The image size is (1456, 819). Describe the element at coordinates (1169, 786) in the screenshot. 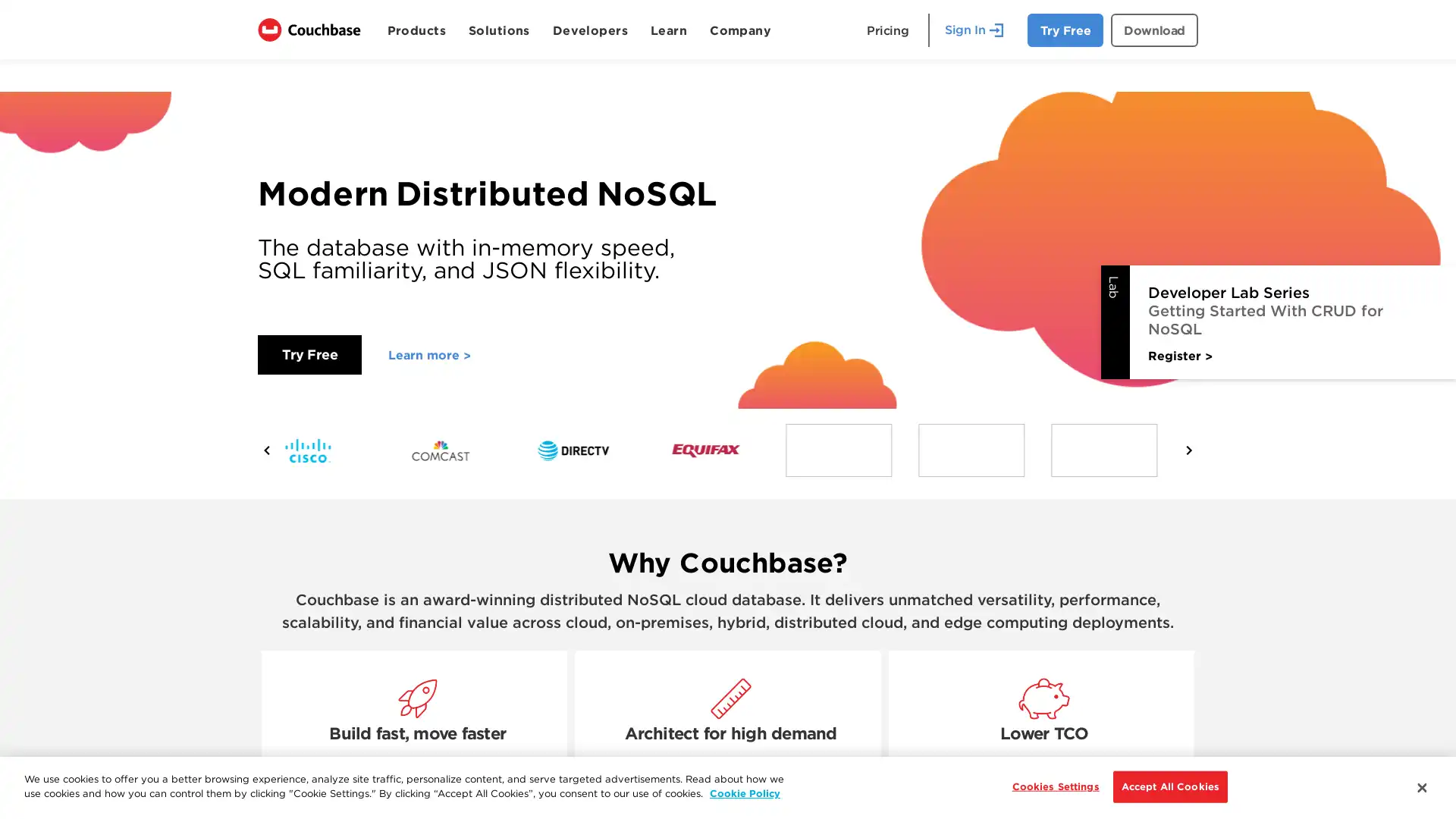

I see `Accept All Cookies` at that location.